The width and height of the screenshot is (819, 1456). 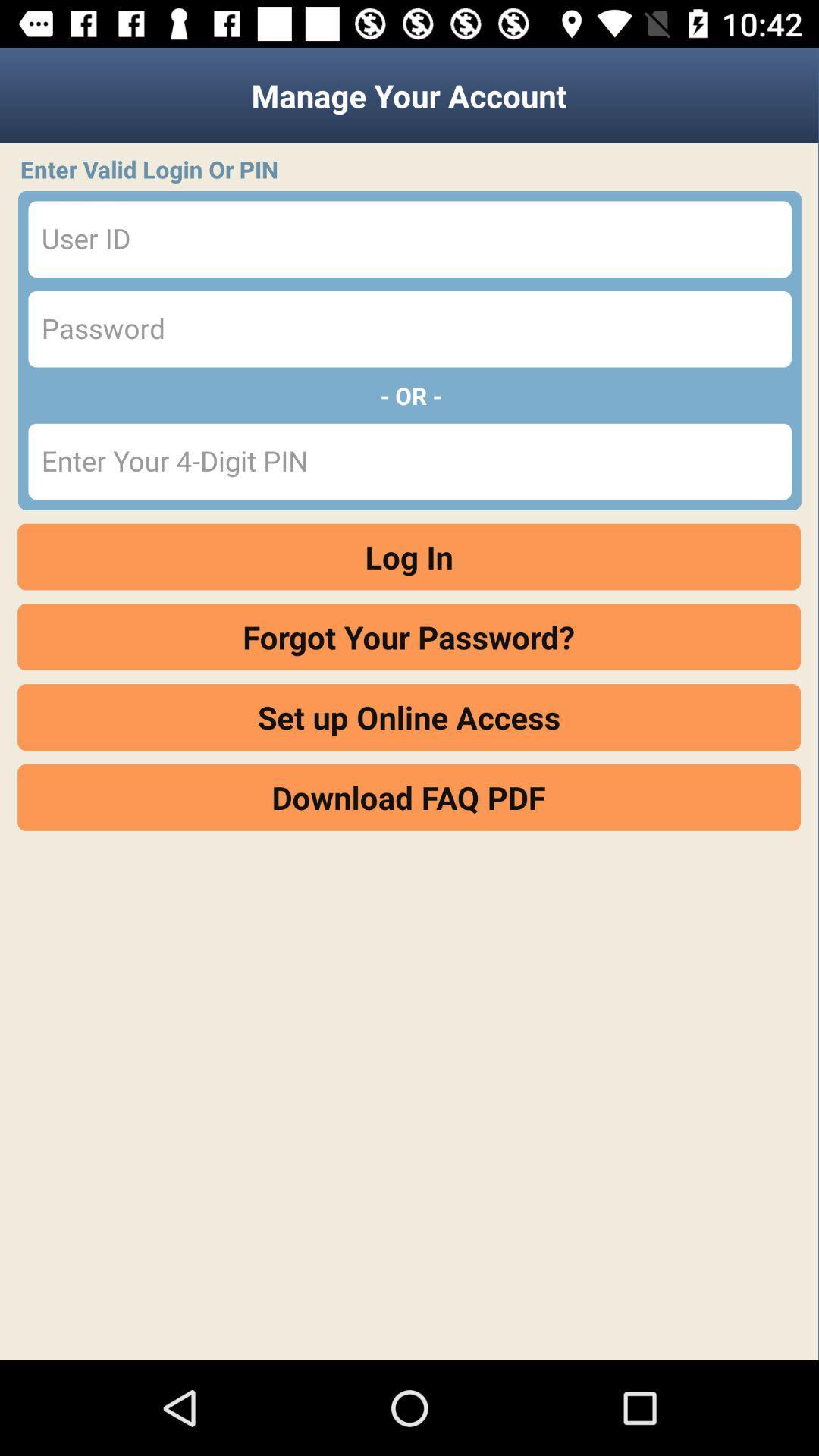 What do you see at coordinates (409, 461) in the screenshot?
I see `the 4 digit pin field` at bounding box center [409, 461].